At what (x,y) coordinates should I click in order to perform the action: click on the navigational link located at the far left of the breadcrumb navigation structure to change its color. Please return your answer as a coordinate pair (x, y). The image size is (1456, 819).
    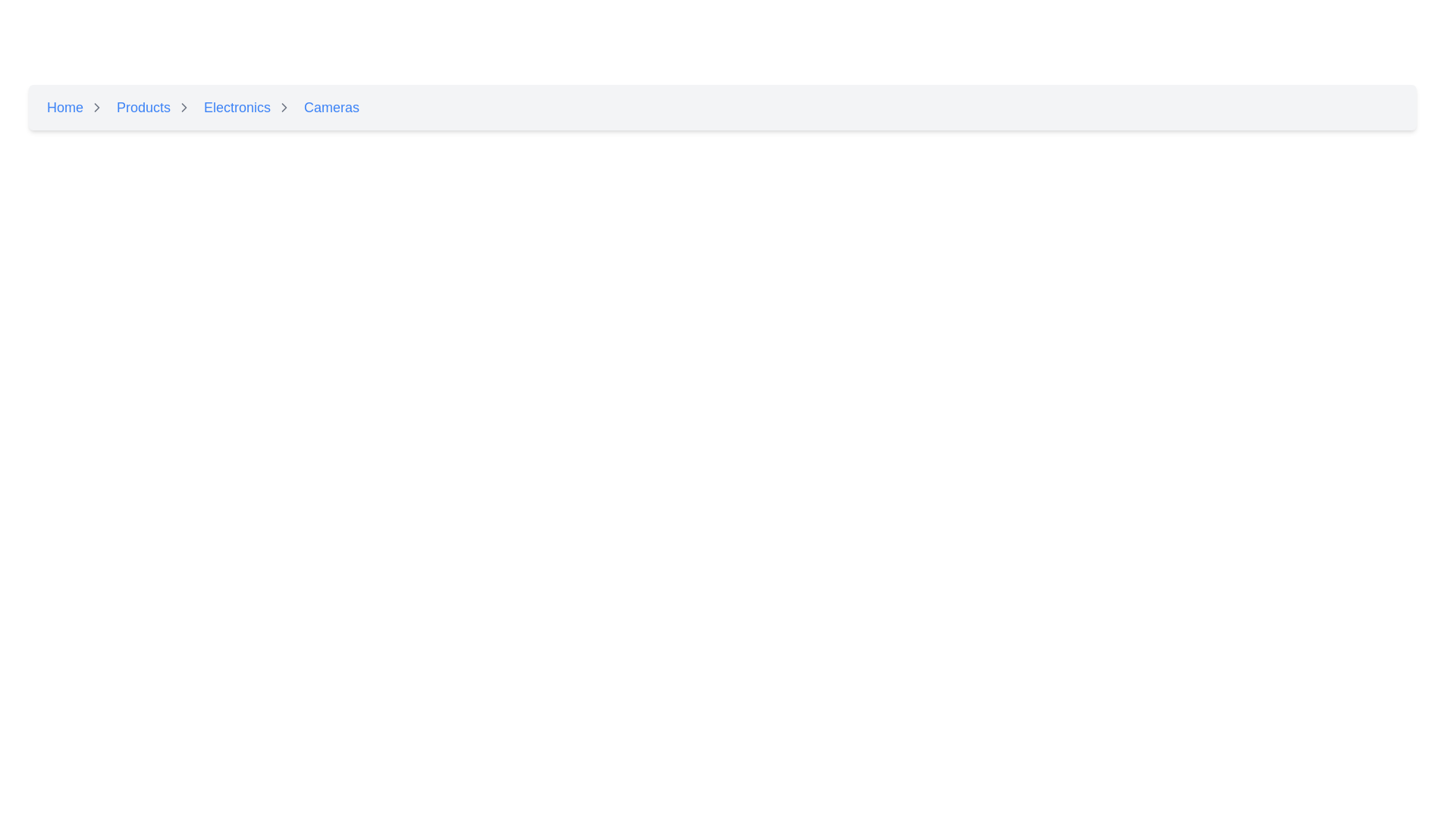
    Looking at the image, I should click on (64, 107).